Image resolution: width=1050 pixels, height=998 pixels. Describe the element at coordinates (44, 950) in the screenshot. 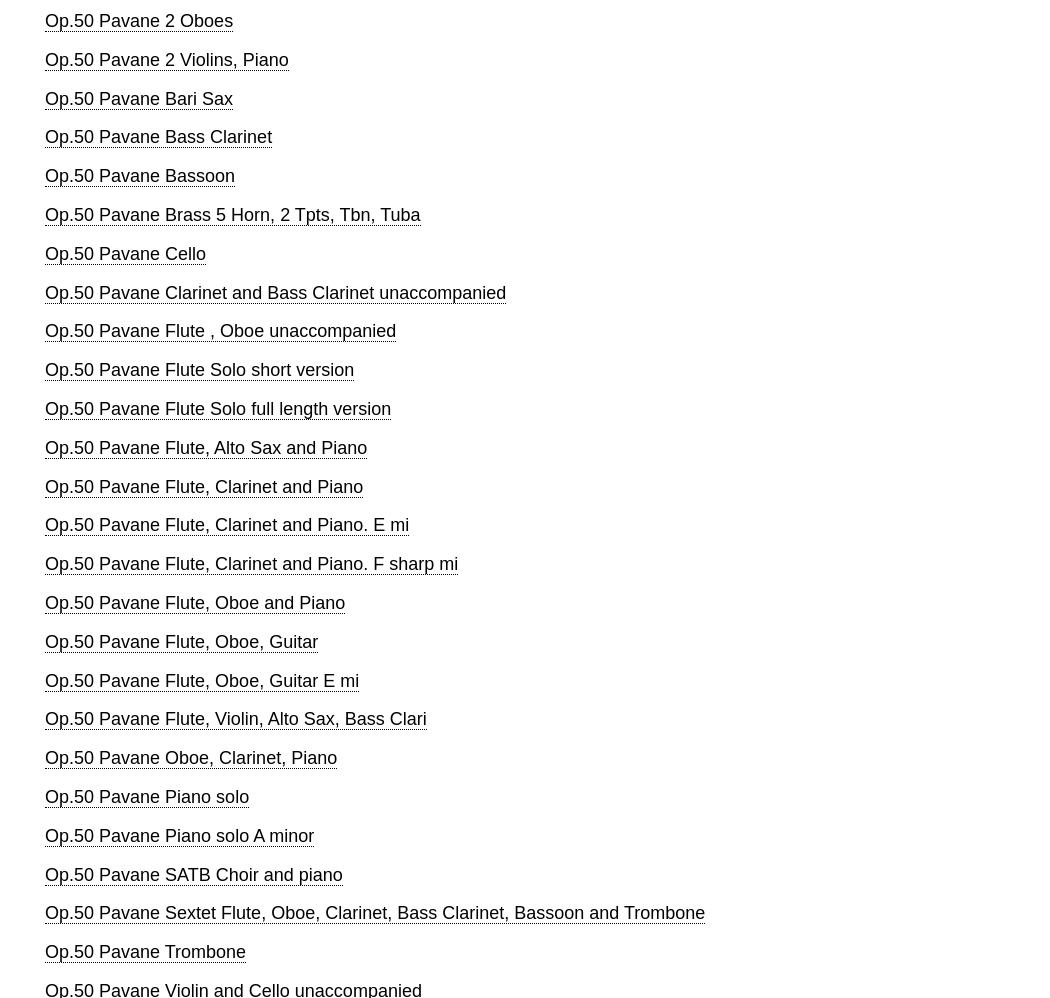

I see `'Op.50  Pavane  Trombone'` at that location.